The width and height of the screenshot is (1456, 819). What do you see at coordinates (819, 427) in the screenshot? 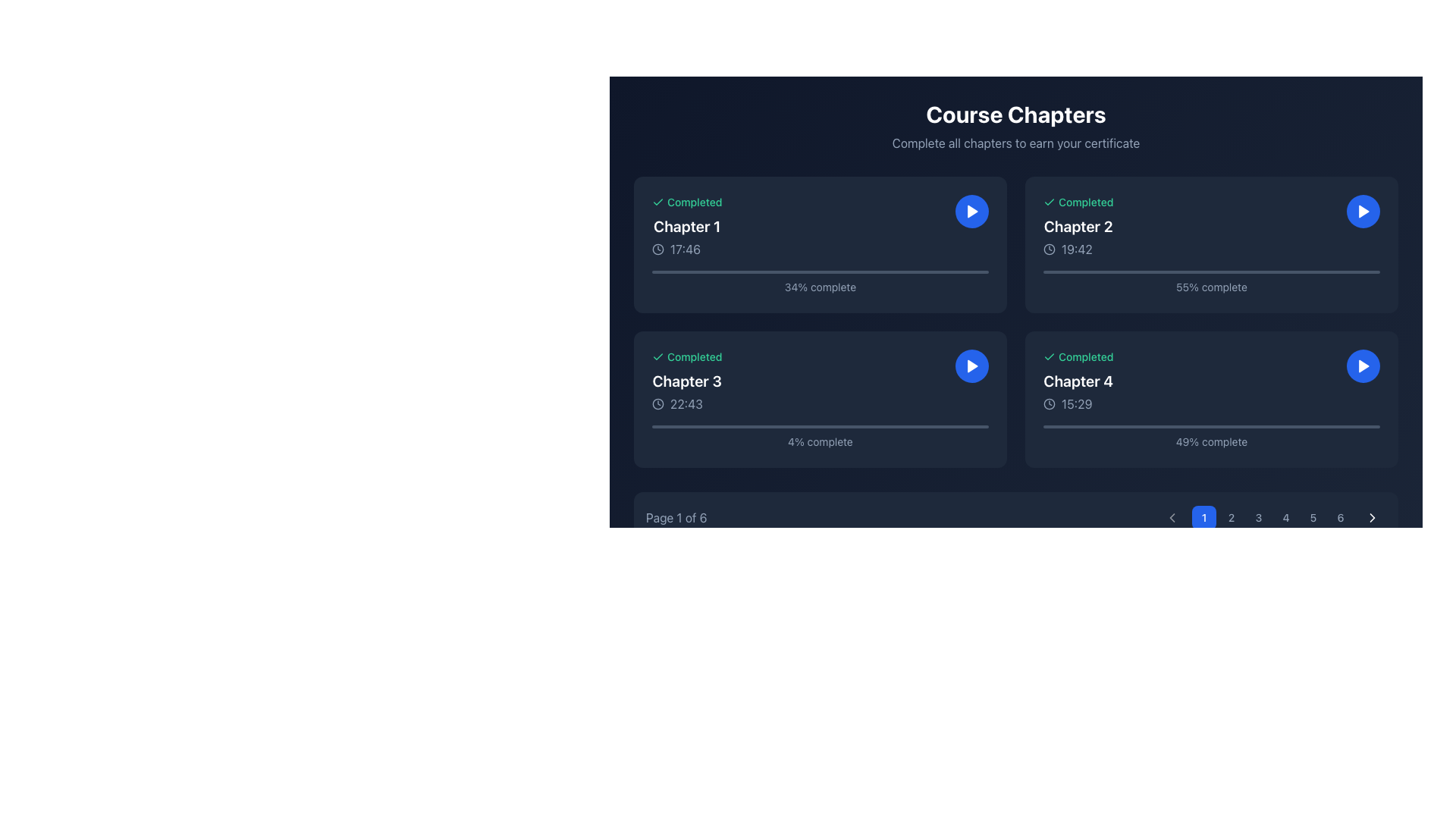
I see `the progress bar indicating the completion of 'Chapter 3', located under '4% complete' text` at bounding box center [819, 427].